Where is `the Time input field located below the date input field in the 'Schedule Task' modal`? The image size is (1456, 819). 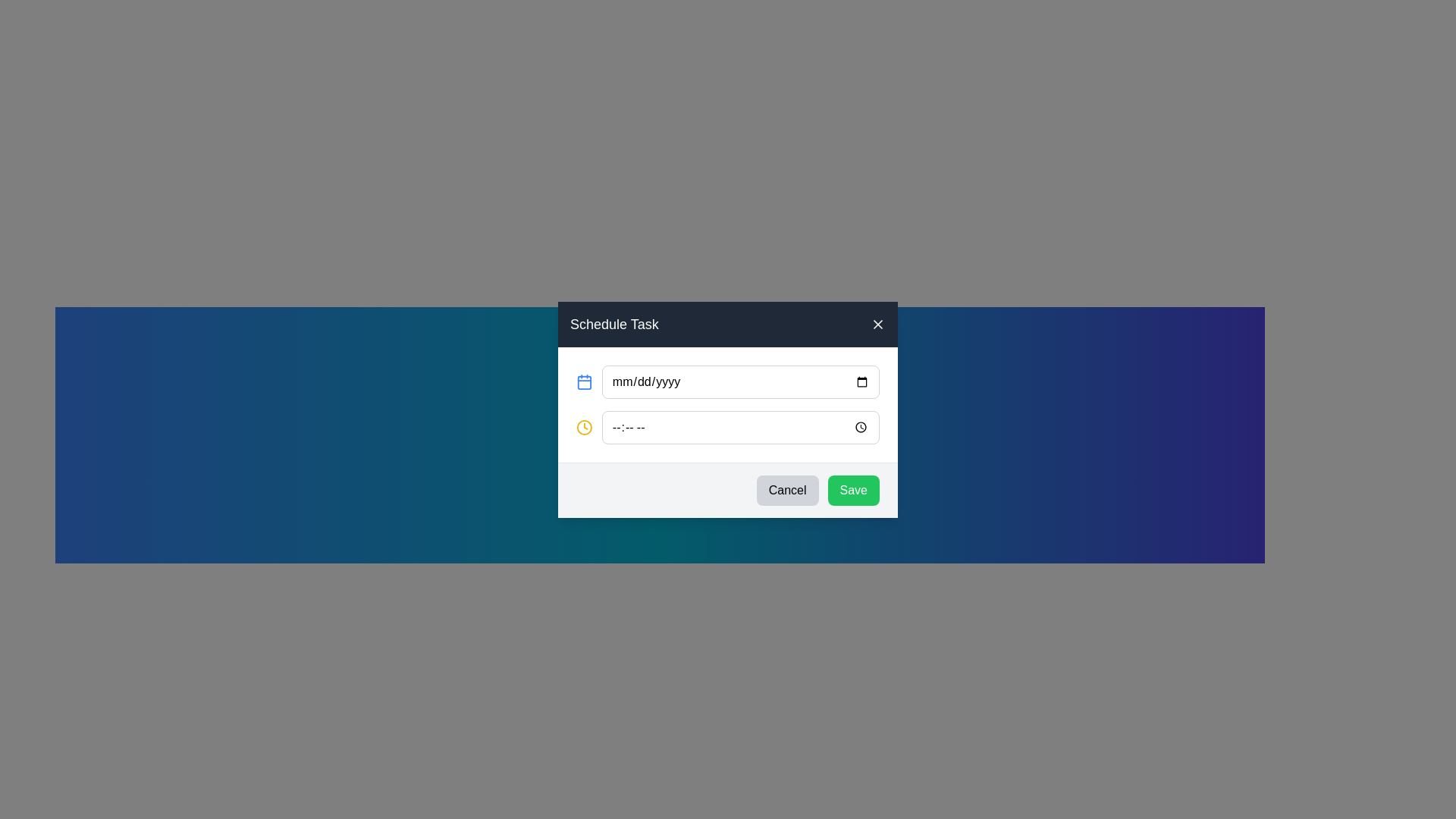
the Time input field located below the date input field in the 'Schedule Task' modal is located at coordinates (728, 427).